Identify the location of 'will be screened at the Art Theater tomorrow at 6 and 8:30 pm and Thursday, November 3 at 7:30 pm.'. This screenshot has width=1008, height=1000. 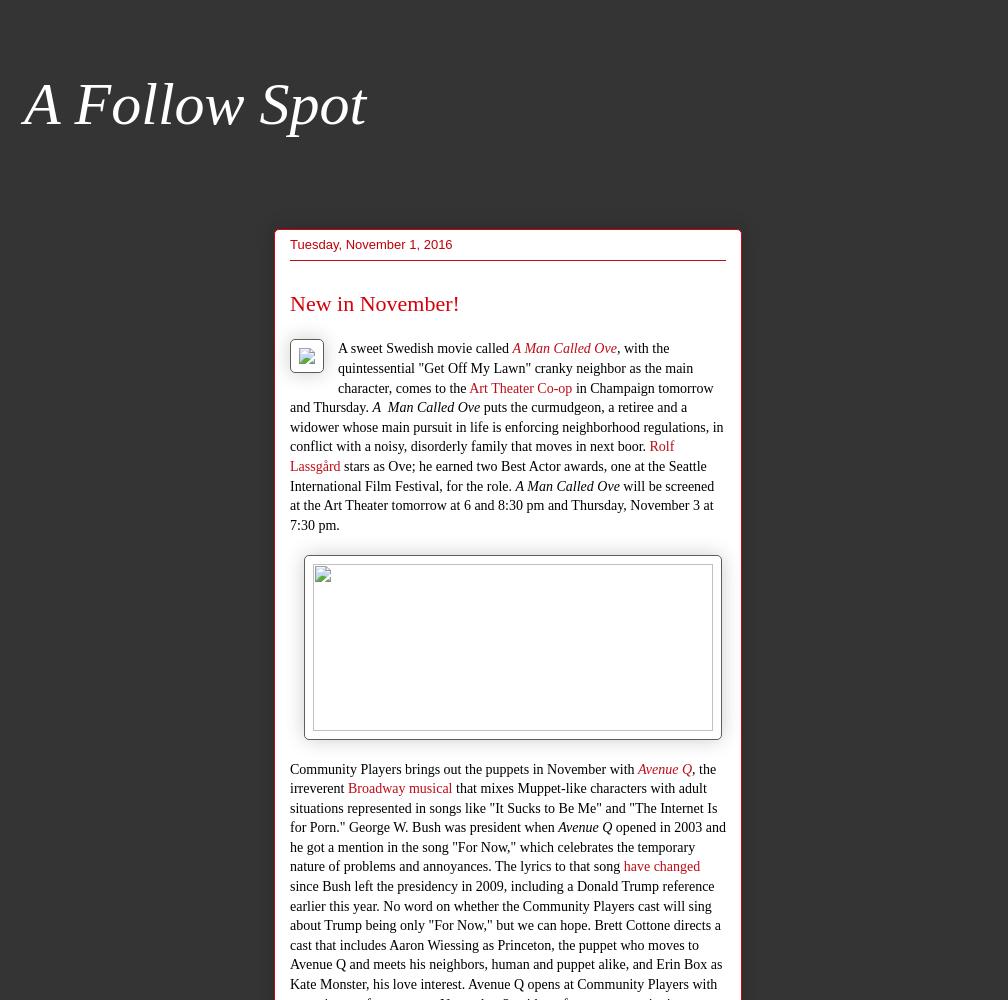
(501, 505).